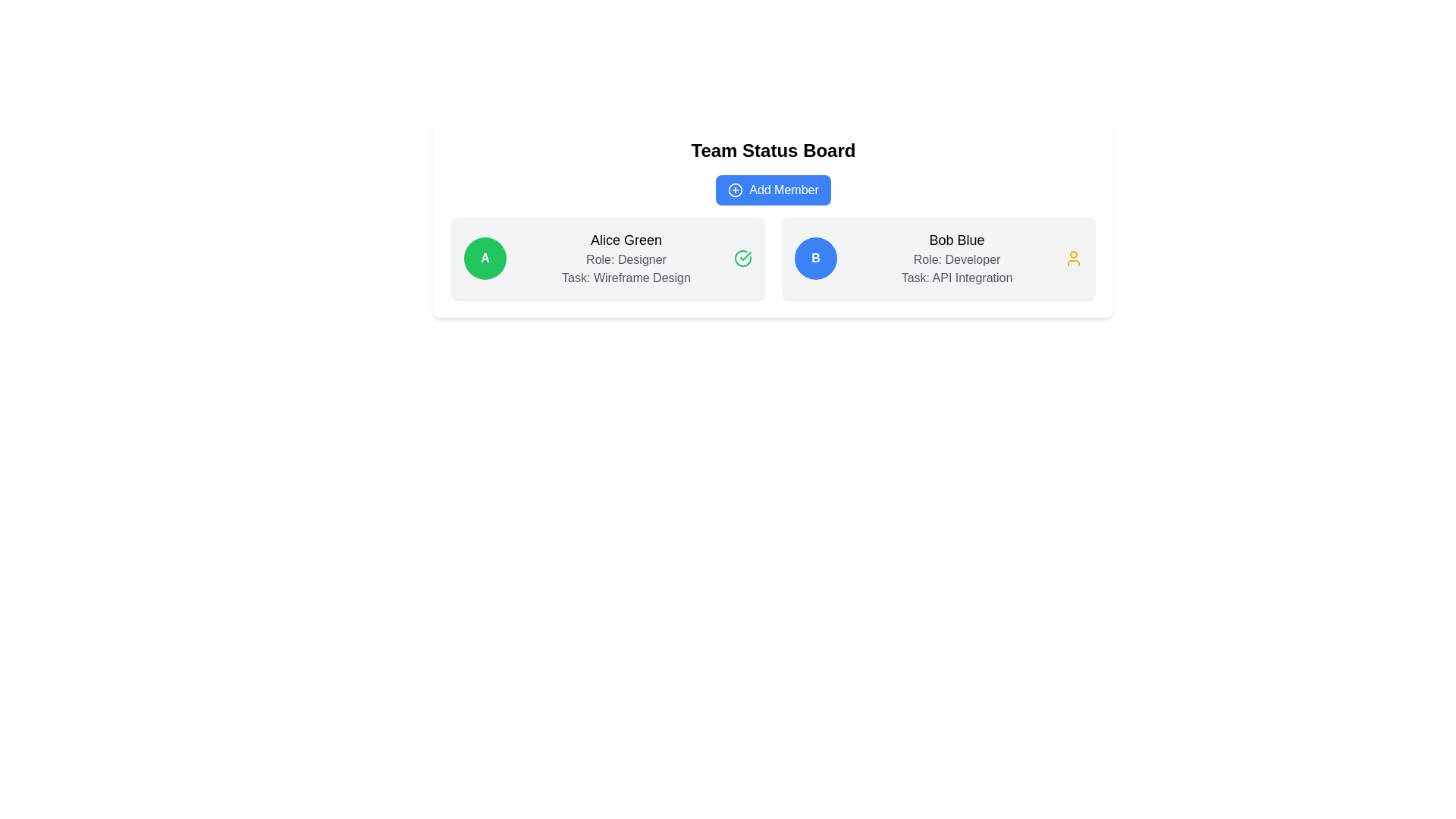 The width and height of the screenshot is (1456, 819). I want to click on the text-based information display for 'Bob Blue', which includes the role 'Developer' and task 'API Integration', located in the right card of the Team Status Board section, so click(956, 257).